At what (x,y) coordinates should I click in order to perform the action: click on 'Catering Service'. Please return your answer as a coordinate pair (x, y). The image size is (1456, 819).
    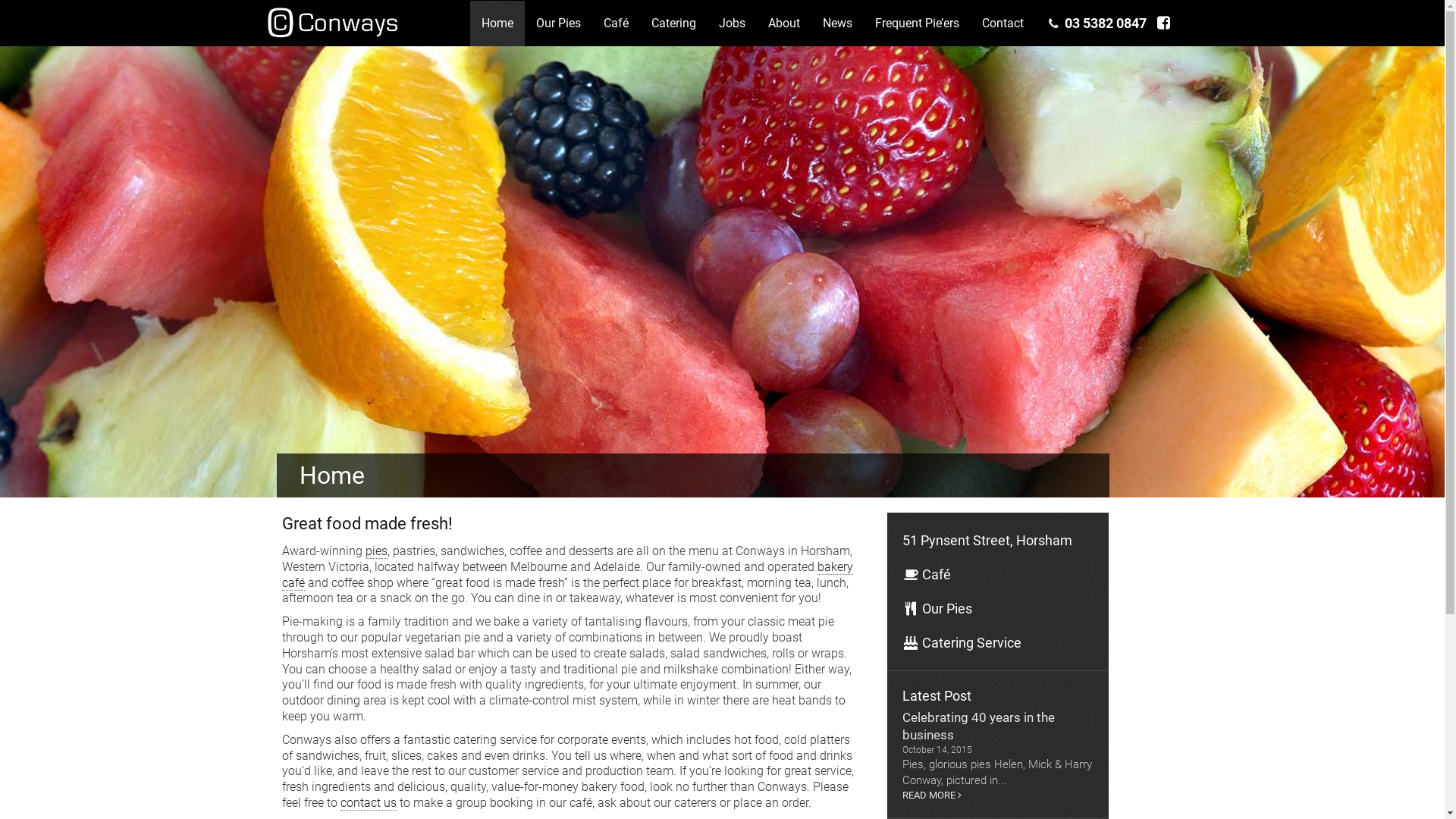
    Looking at the image, I should click on (997, 642).